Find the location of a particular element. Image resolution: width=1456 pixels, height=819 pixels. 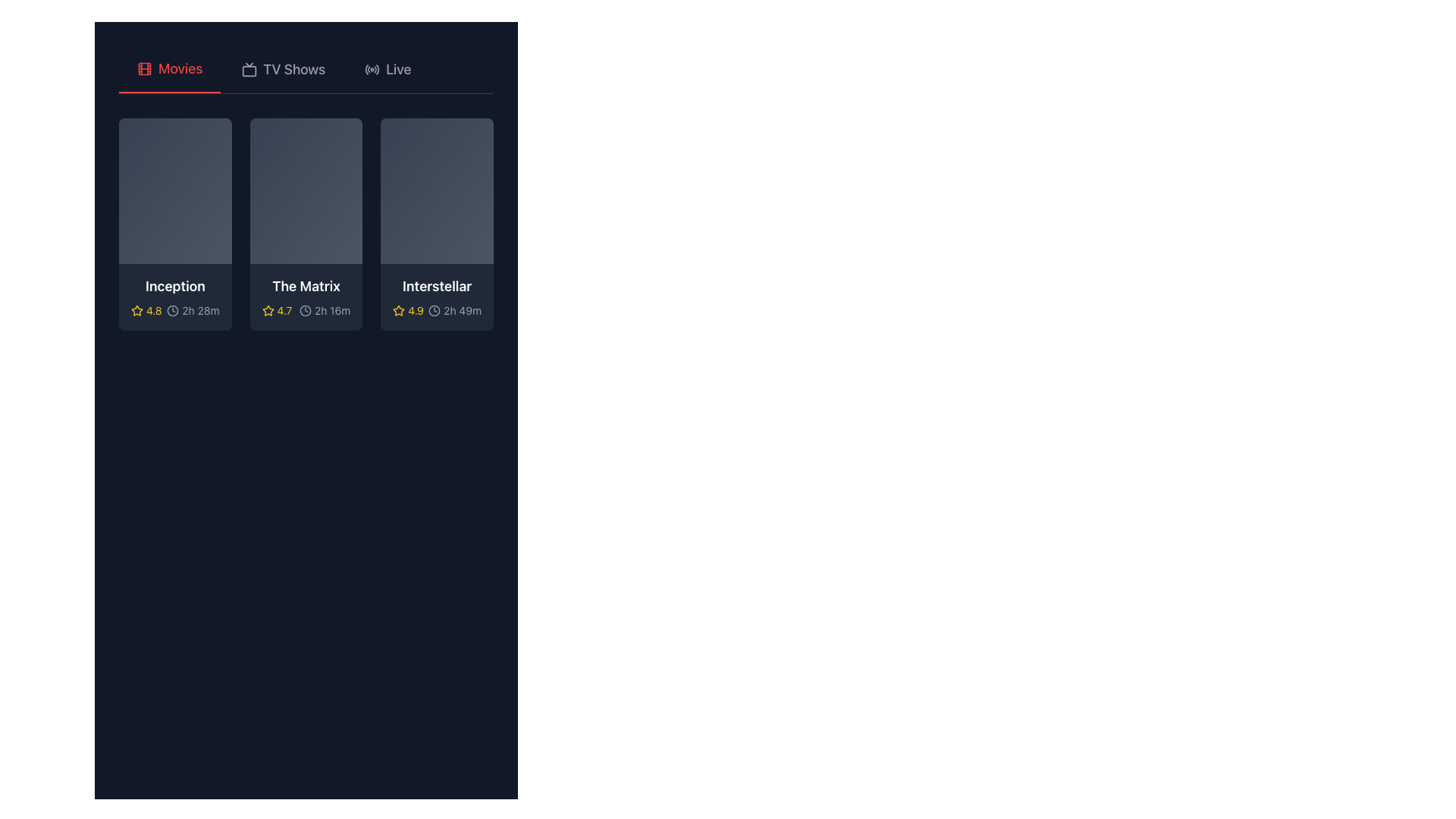

numerical value '4.9' displayed in bold yellow font beneath the title 'Interstellar' in the third card, next to the star icon is located at coordinates (416, 309).